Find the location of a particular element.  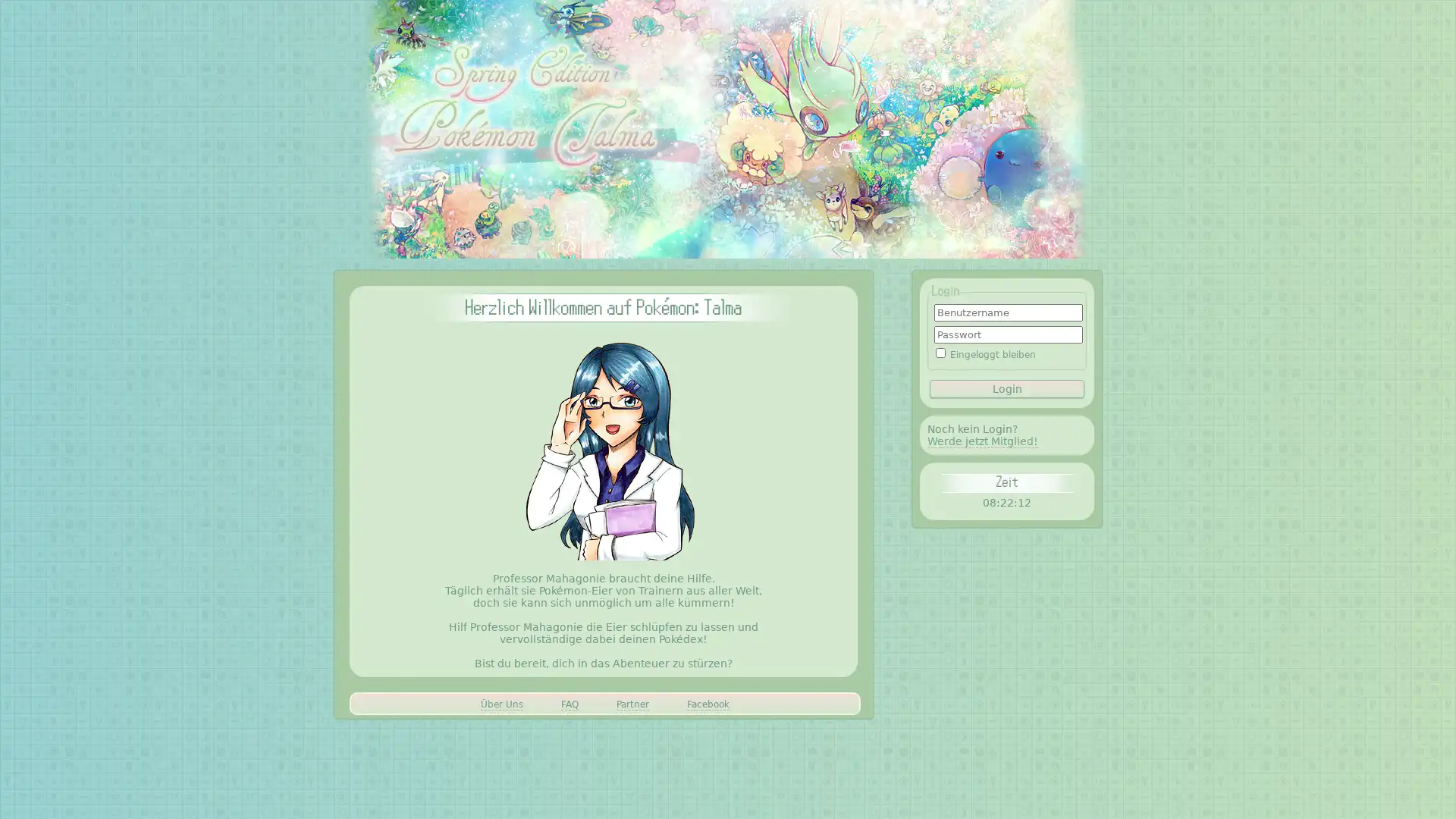

Login is located at coordinates (1007, 388).